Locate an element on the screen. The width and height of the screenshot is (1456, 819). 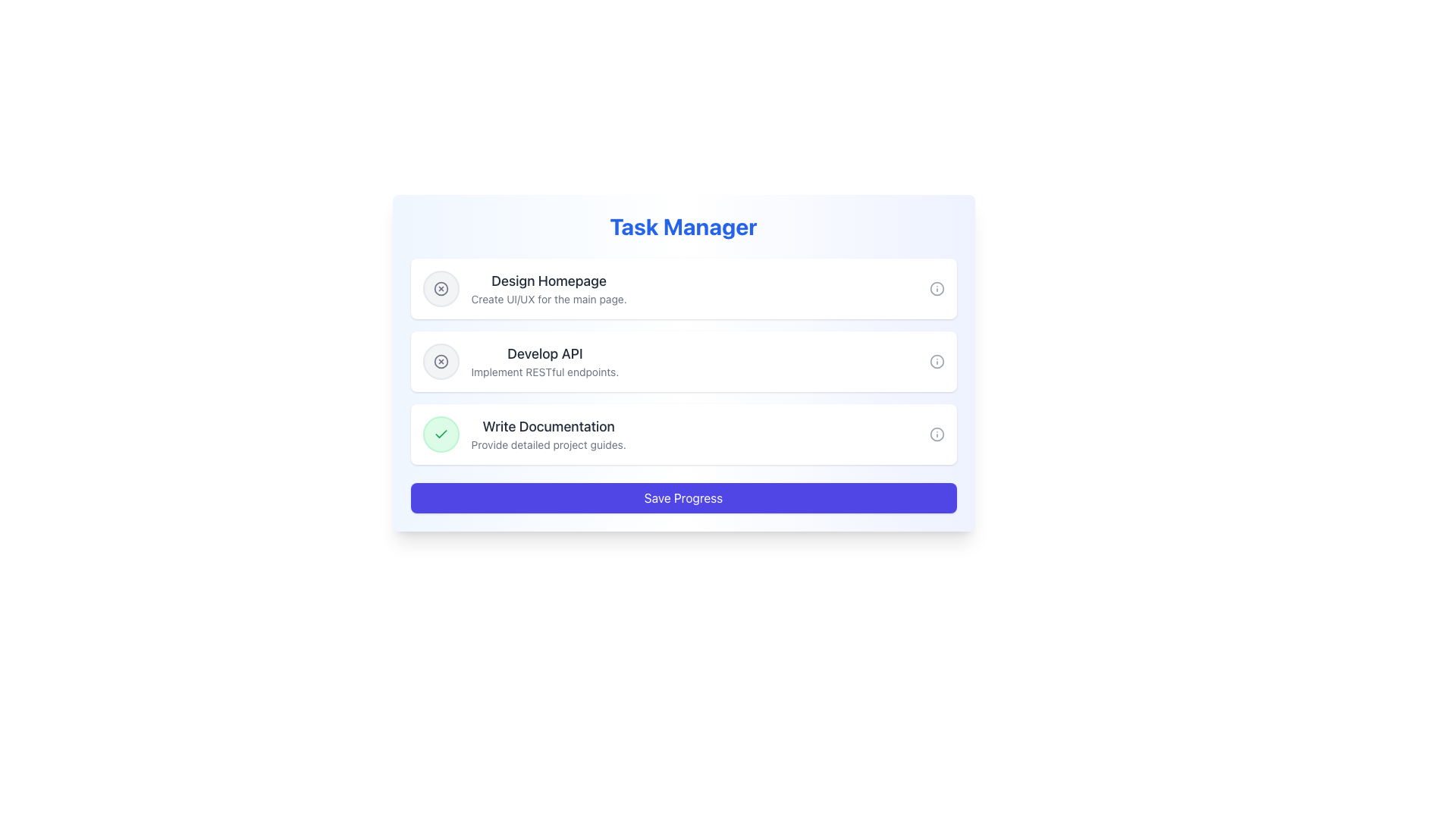
the cancellation icon button located to the left of the 'Design Homepage' text in the first task item is located at coordinates (440, 362).